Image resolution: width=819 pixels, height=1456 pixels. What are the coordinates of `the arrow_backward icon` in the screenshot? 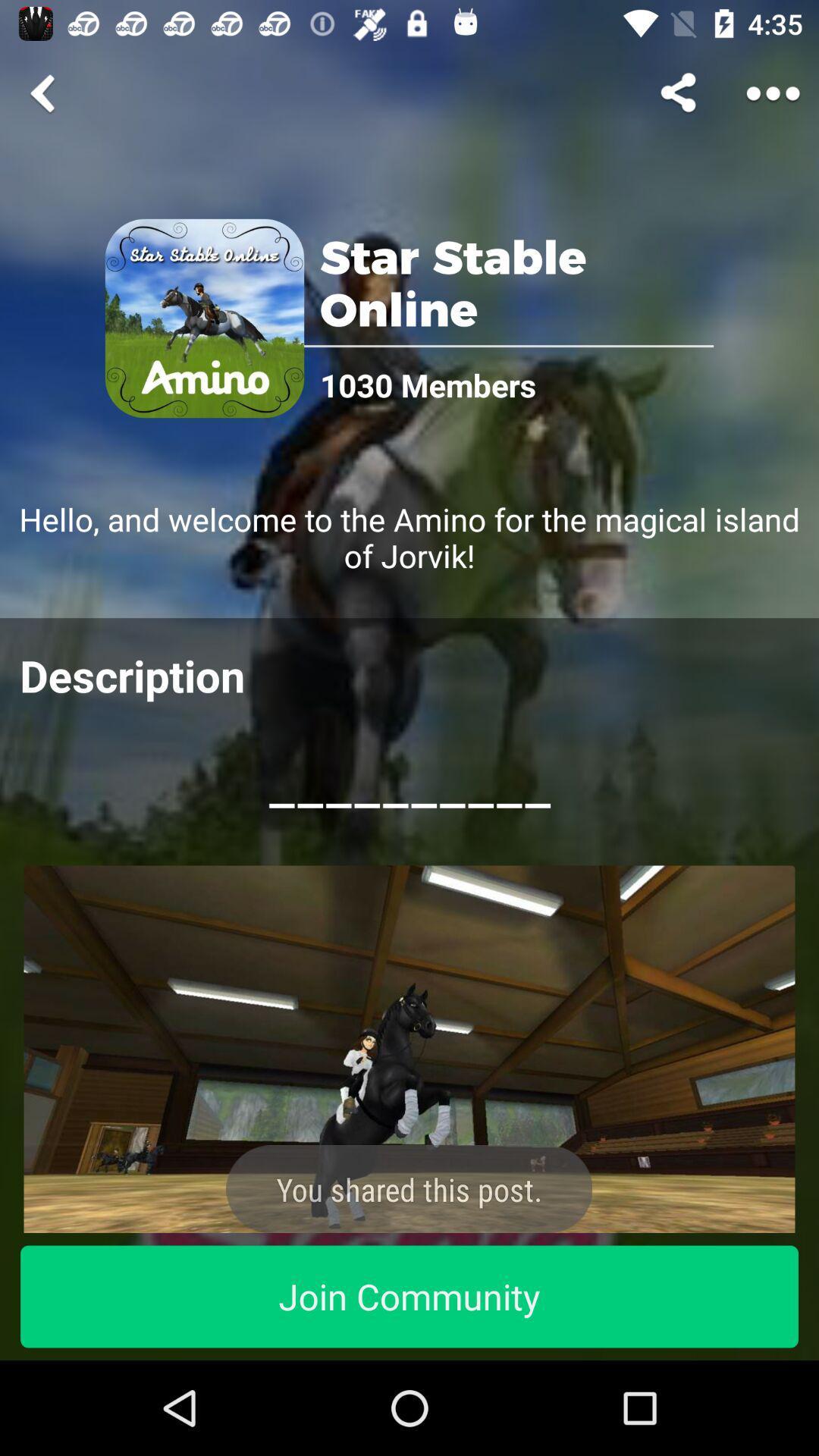 It's located at (45, 93).